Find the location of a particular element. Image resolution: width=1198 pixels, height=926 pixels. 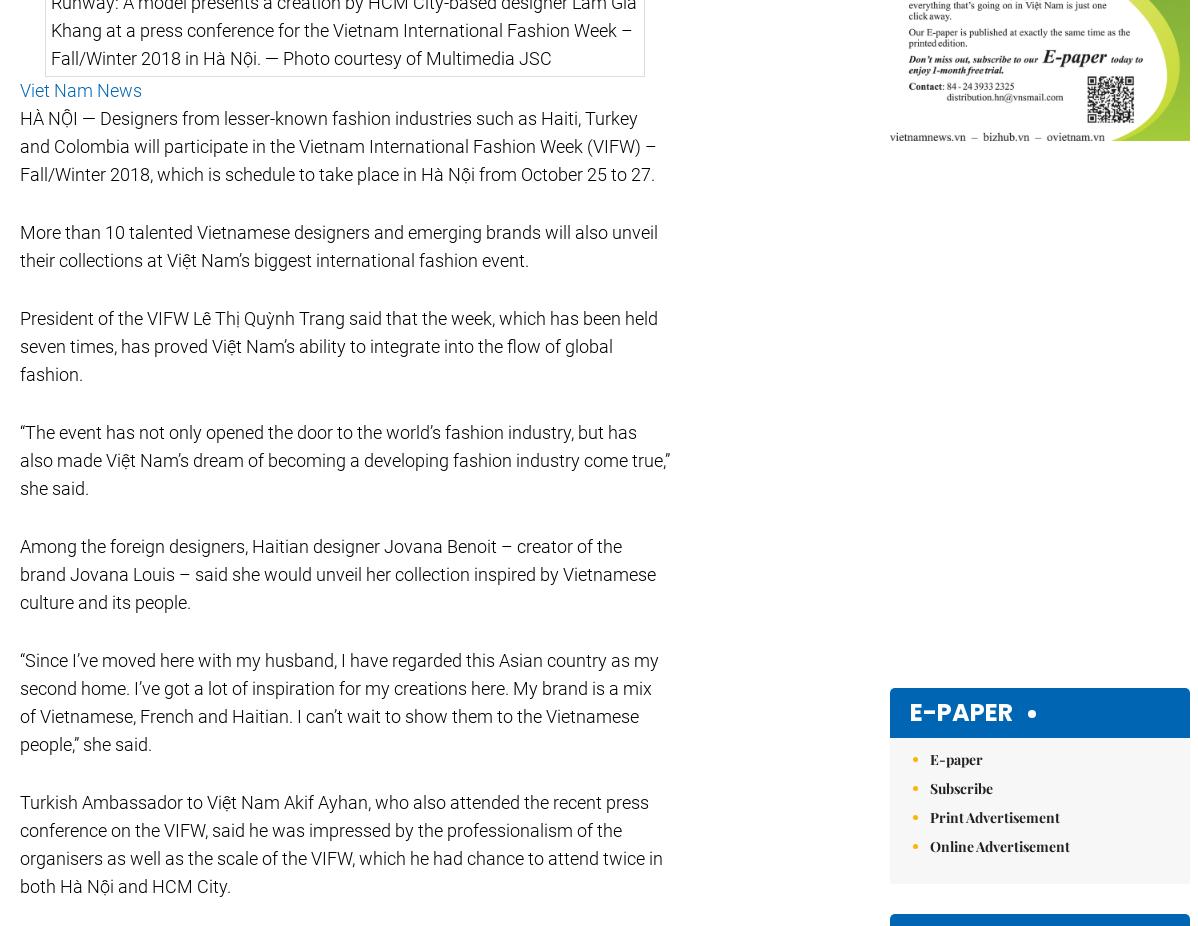

'Sports' is located at coordinates (632, 578).